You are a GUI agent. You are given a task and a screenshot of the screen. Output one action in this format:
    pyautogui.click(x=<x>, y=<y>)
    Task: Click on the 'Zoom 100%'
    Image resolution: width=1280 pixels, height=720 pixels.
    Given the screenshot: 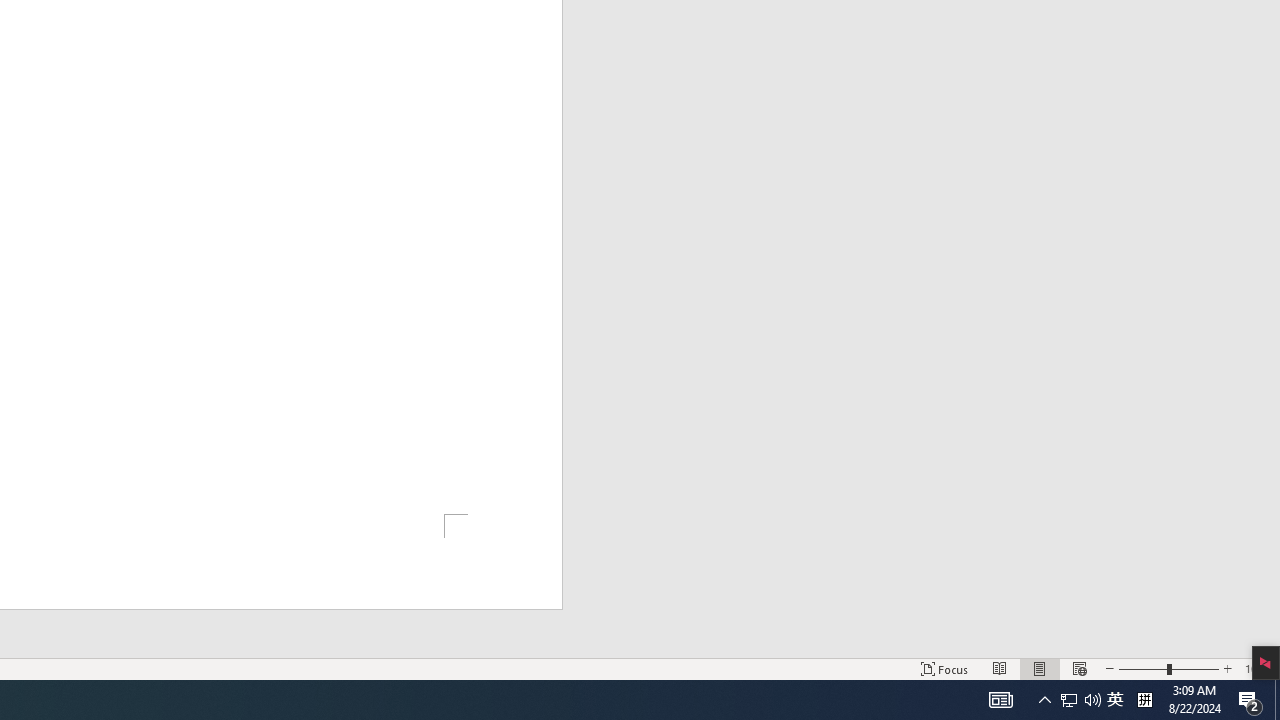 What is the action you would take?
    pyautogui.click(x=1257, y=669)
    